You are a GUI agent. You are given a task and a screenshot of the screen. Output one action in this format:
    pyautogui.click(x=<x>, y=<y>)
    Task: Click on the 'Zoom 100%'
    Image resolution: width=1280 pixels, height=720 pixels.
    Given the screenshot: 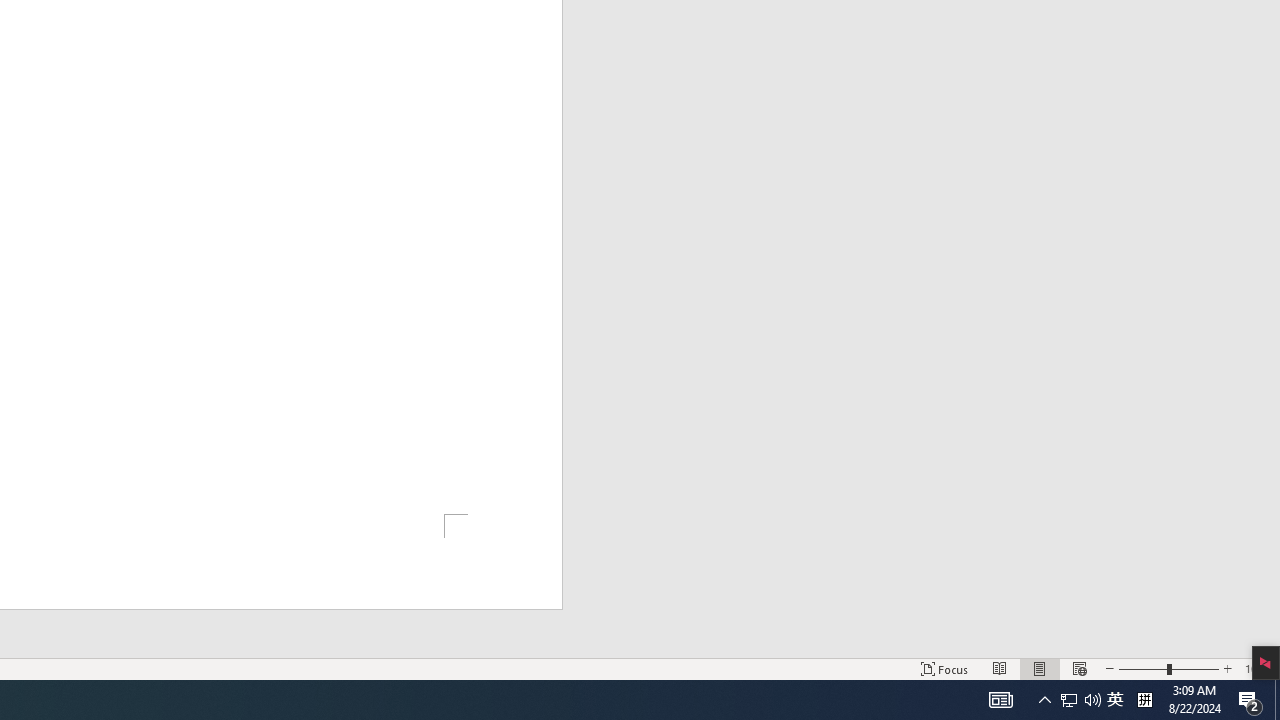 What is the action you would take?
    pyautogui.click(x=1257, y=669)
    